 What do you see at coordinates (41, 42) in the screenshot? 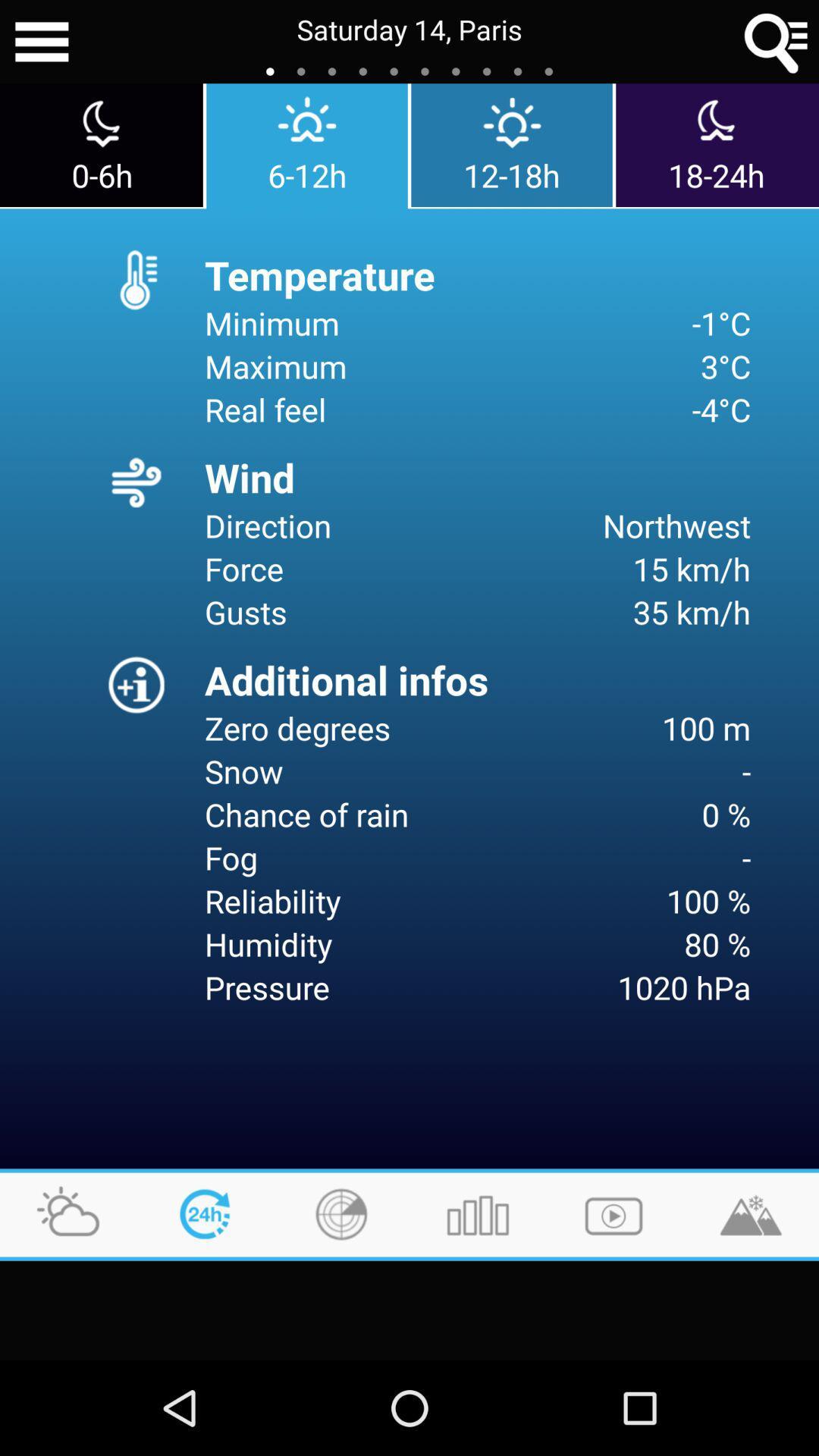
I see `more options` at bounding box center [41, 42].